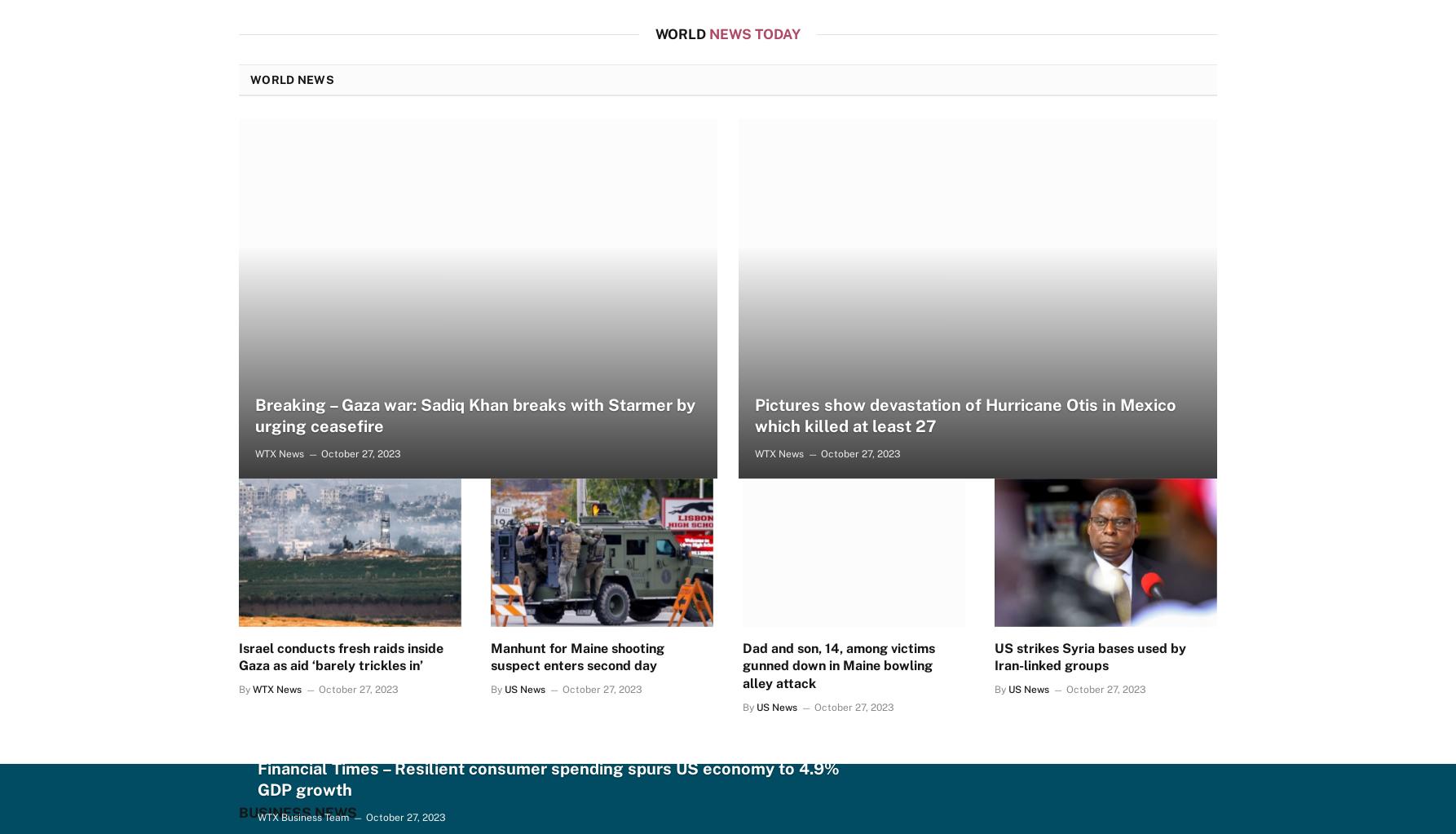 The width and height of the screenshot is (1456, 834). I want to click on 'World News', so click(291, 78).